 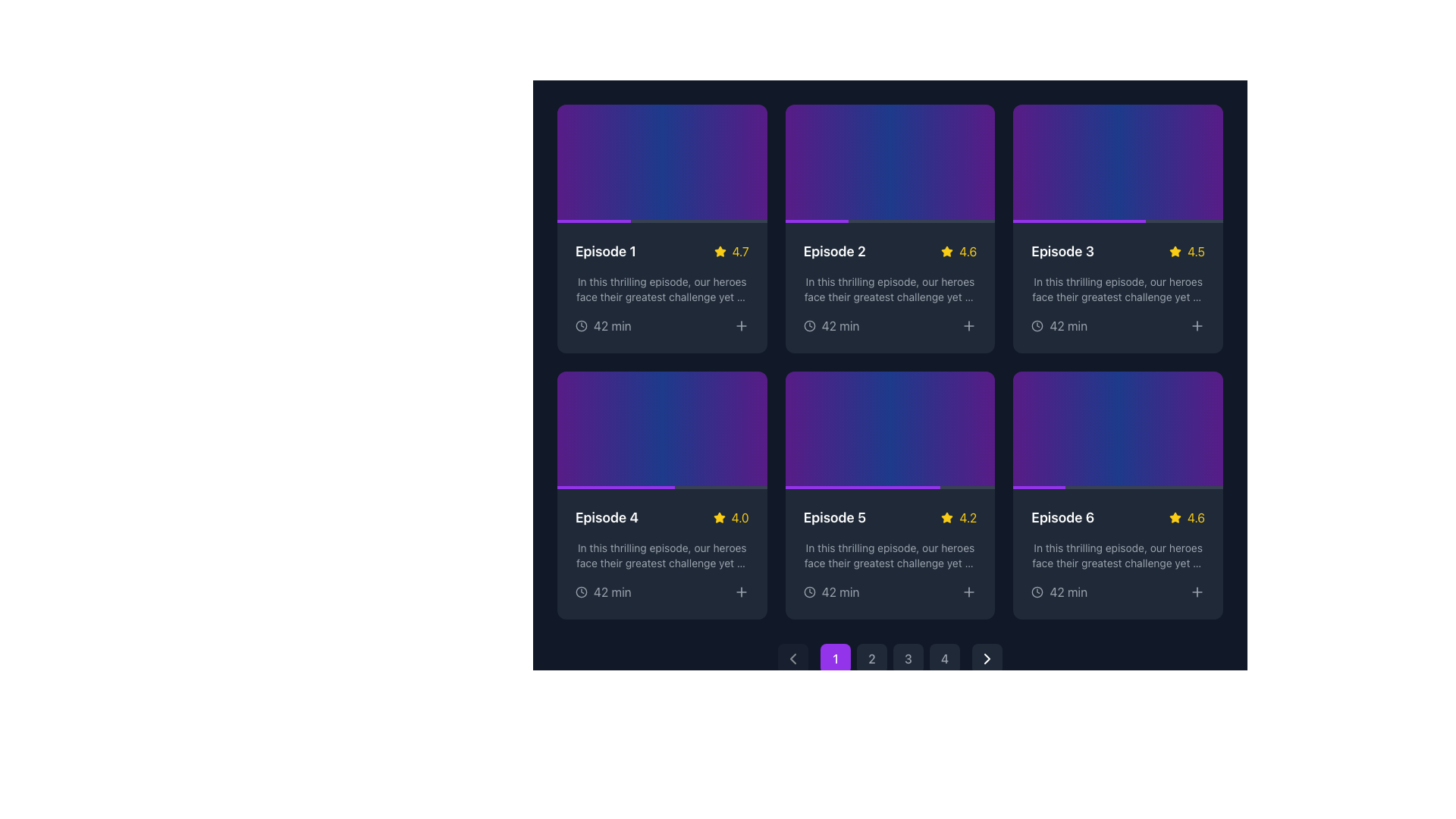 What do you see at coordinates (1059, 325) in the screenshot?
I see `the informational text and icon combination indicating the duration of the episode located in the 'Episode 3' card in the first row, third column` at bounding box center [1059, 325].